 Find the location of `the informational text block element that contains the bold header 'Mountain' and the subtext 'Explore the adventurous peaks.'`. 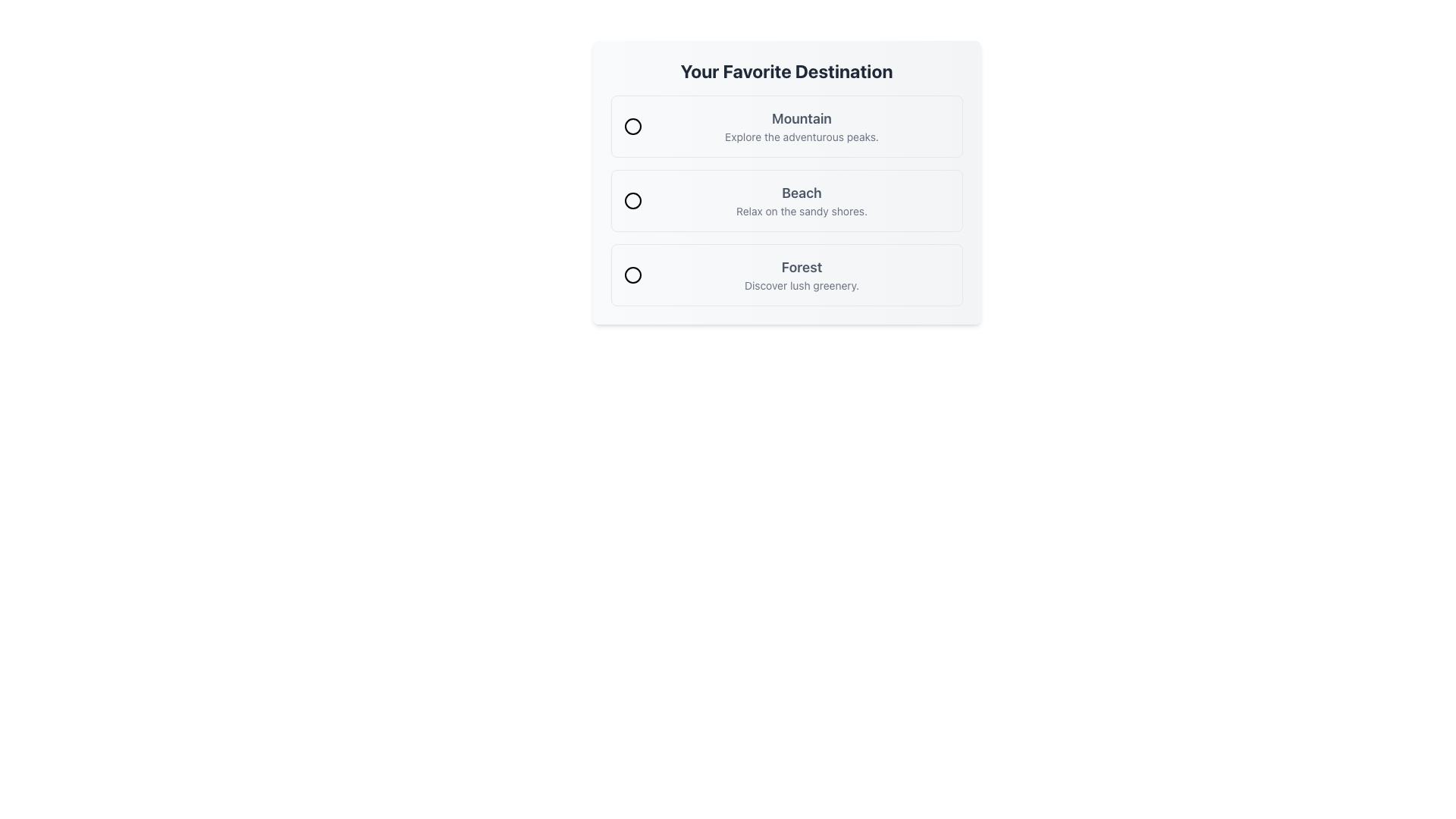

the informational text block element that contains the bold header 'Mountain' and the subtext 'Explore the adventurous peaks.' is located at coordinates (801, 125).